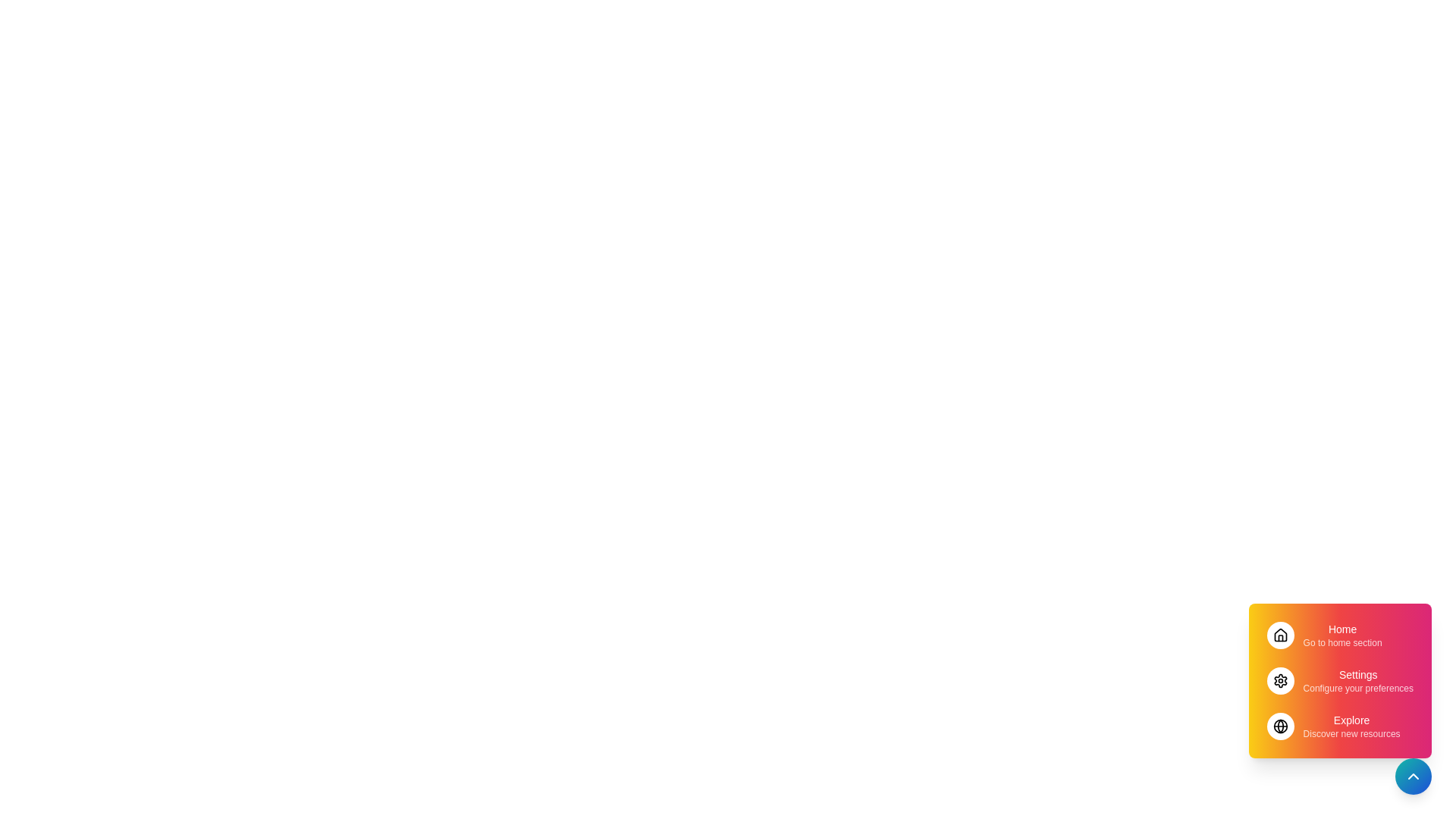 Image resolution: width=1456 pixels, height=819 pixels. What do you see at coordinates (1339, 725) in the screenshot?
I see `the menu item Explore to trigger its associated action` at bounding box center [1339, 725].